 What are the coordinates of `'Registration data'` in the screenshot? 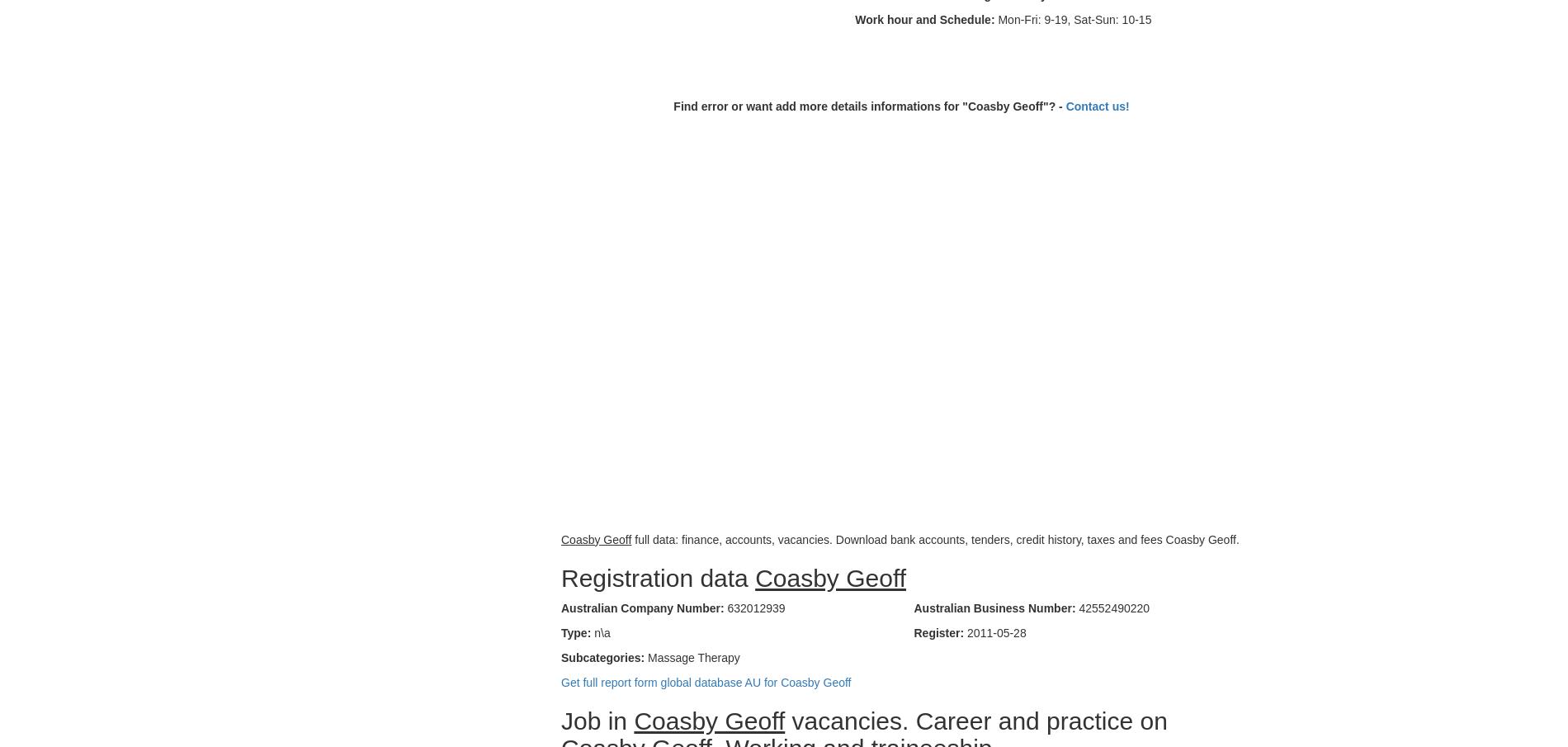 It's located at (561, 577).